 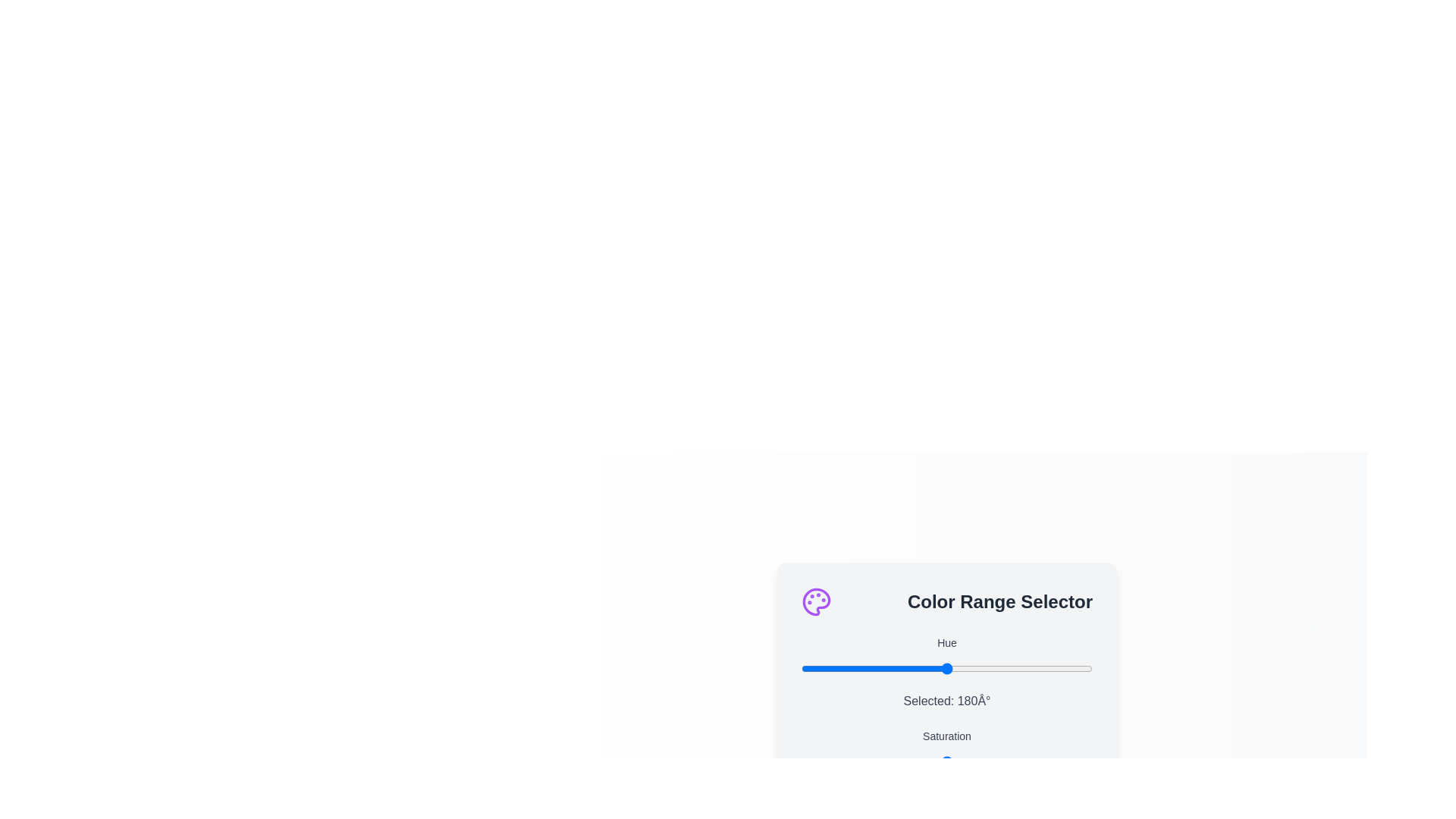 I want to click on the saturation level, so click(x=928, y=761).